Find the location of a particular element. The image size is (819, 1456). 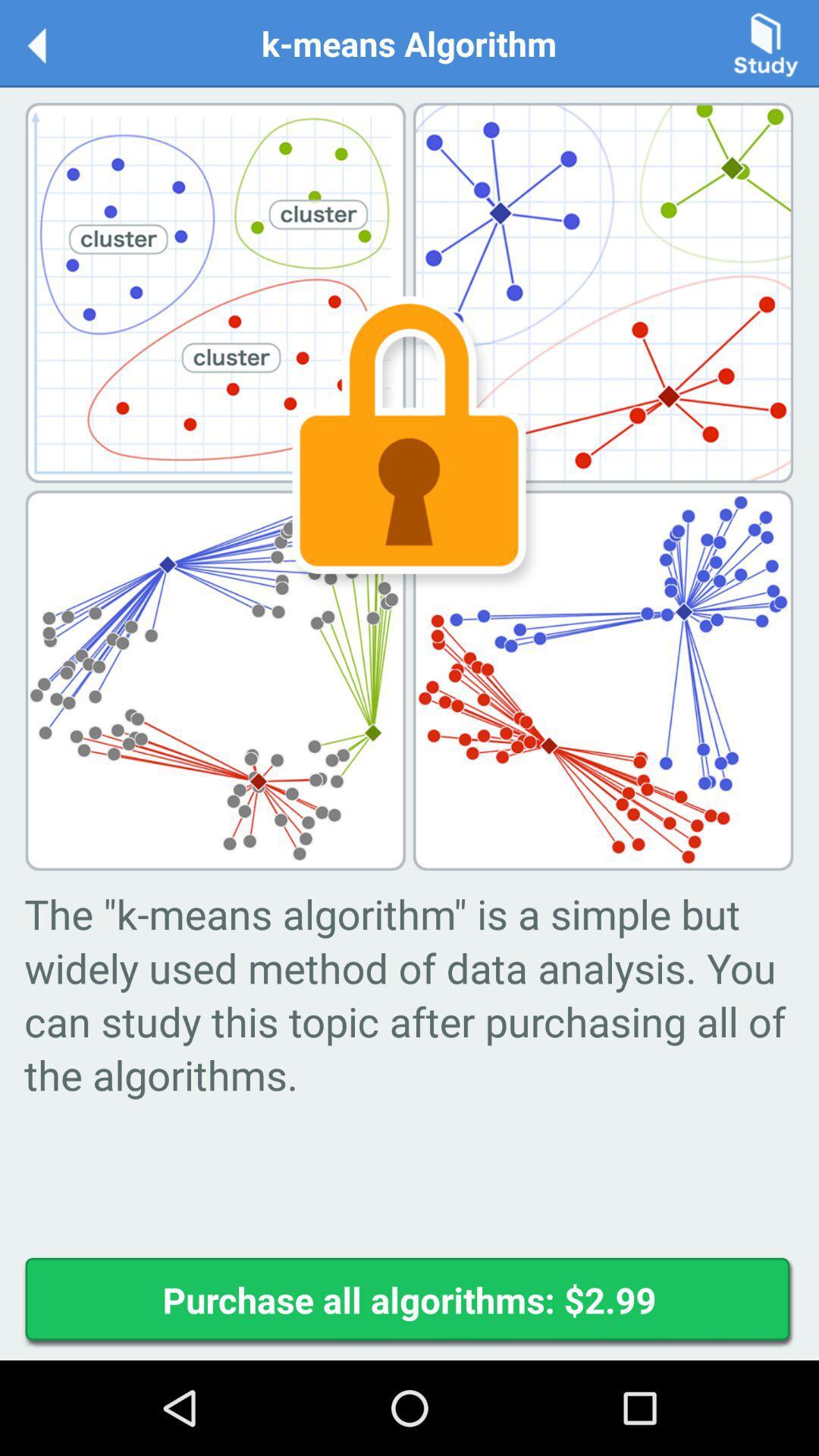

study the algorithm is located at coordinates (766, 42).